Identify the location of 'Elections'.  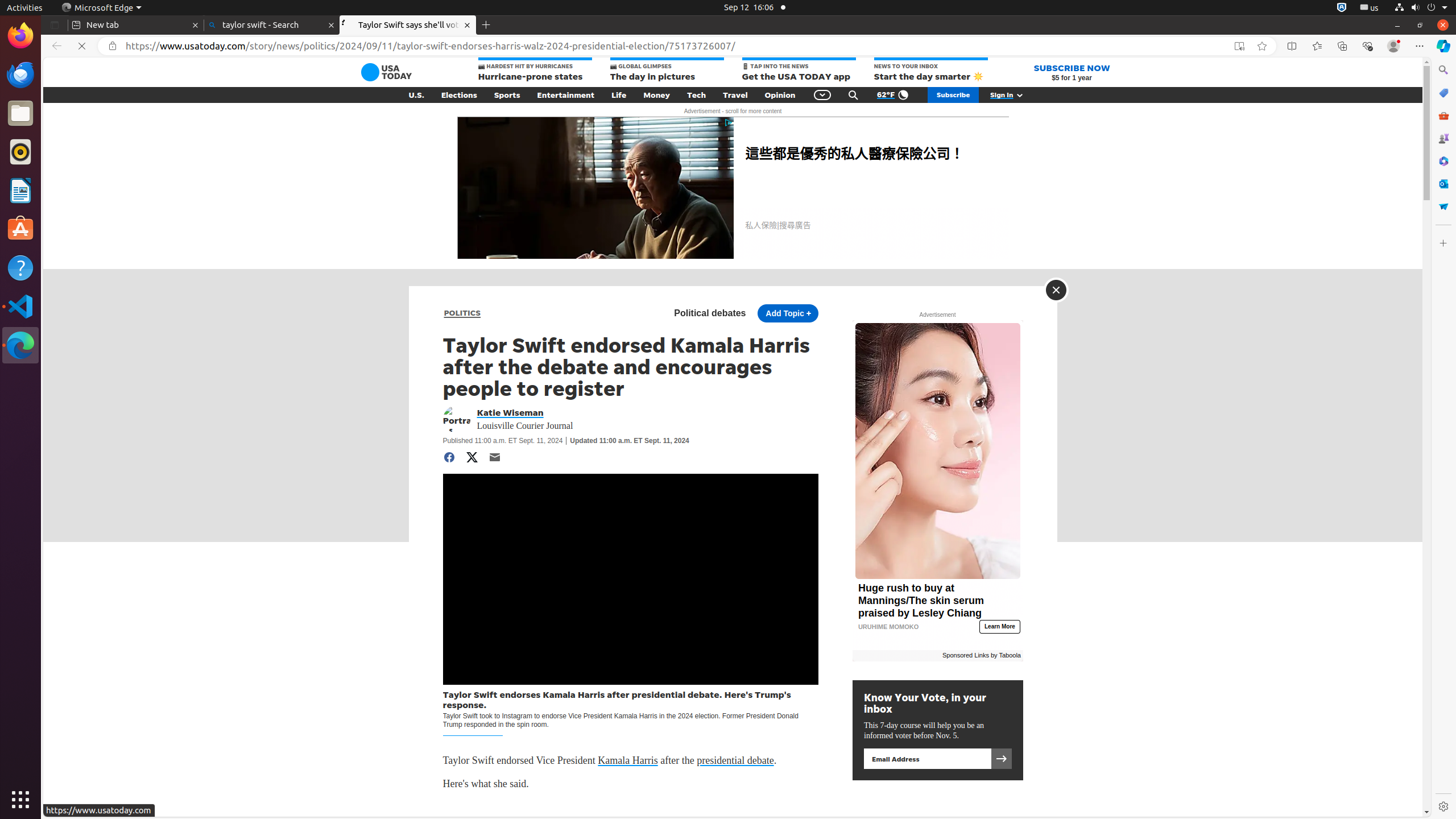
(458, 94).